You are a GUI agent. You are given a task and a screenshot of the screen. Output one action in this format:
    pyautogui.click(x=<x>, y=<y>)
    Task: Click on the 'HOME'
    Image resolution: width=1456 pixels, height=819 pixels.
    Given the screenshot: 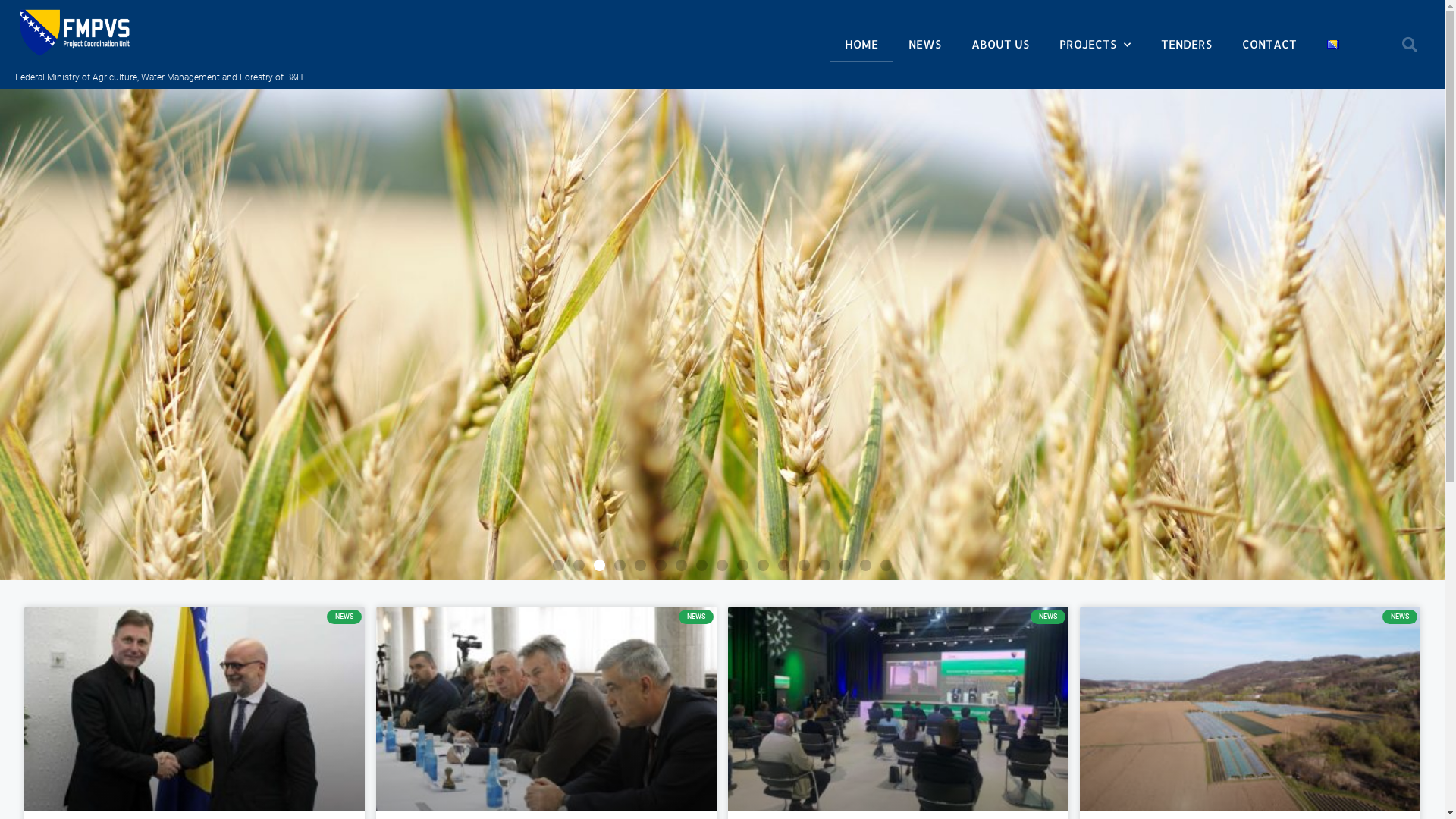 What is the action you would take?
    pyautogui.click(x=861, y=43)
    